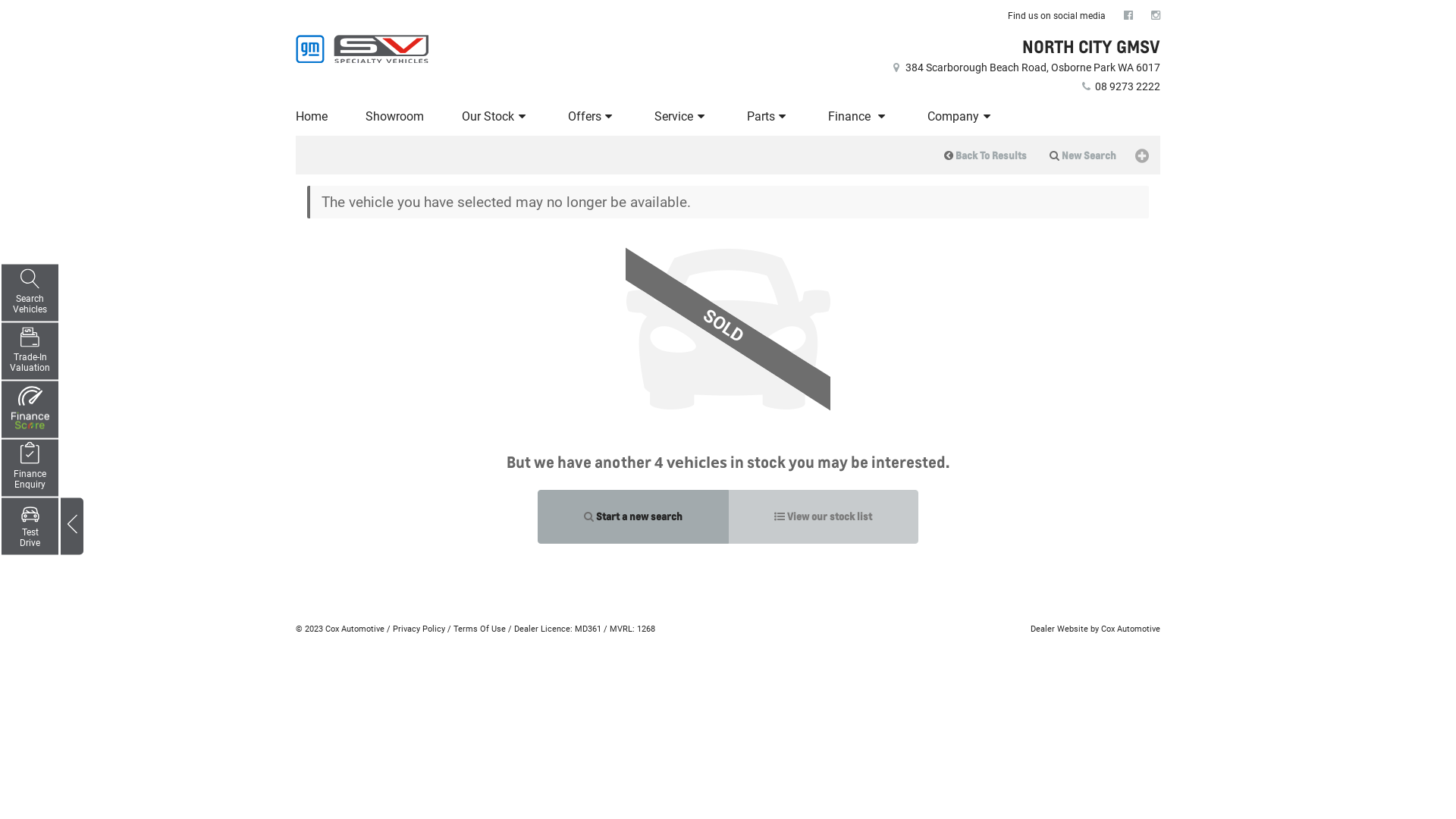  I want to click on 'Trade-In, so click(30, 351).